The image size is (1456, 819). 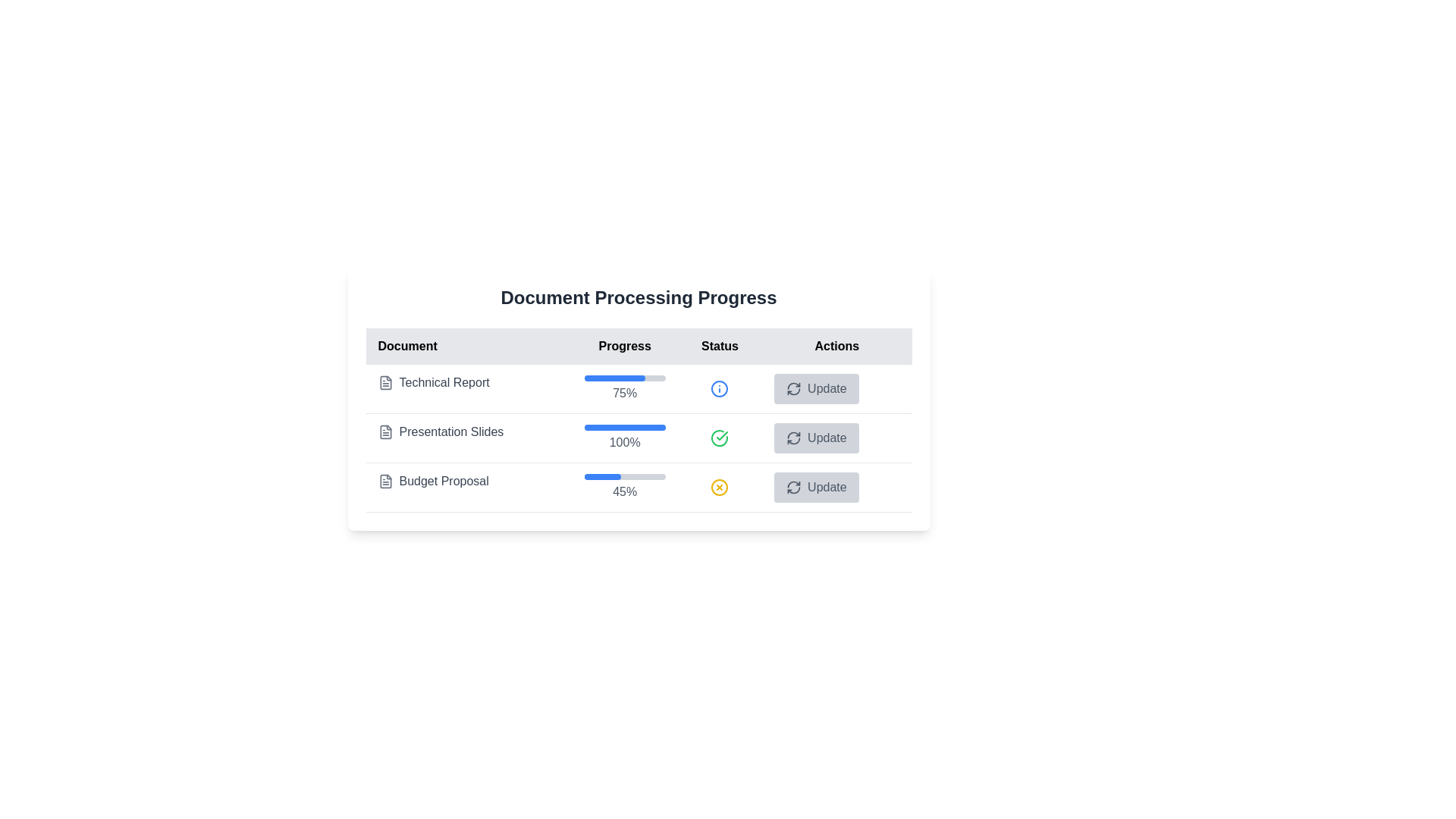 I want to click on text label that displays 'Budget Proposal' in dark gray font, positioned as the third title under 'Document Processing Progress.', so click(x=443, y=482).